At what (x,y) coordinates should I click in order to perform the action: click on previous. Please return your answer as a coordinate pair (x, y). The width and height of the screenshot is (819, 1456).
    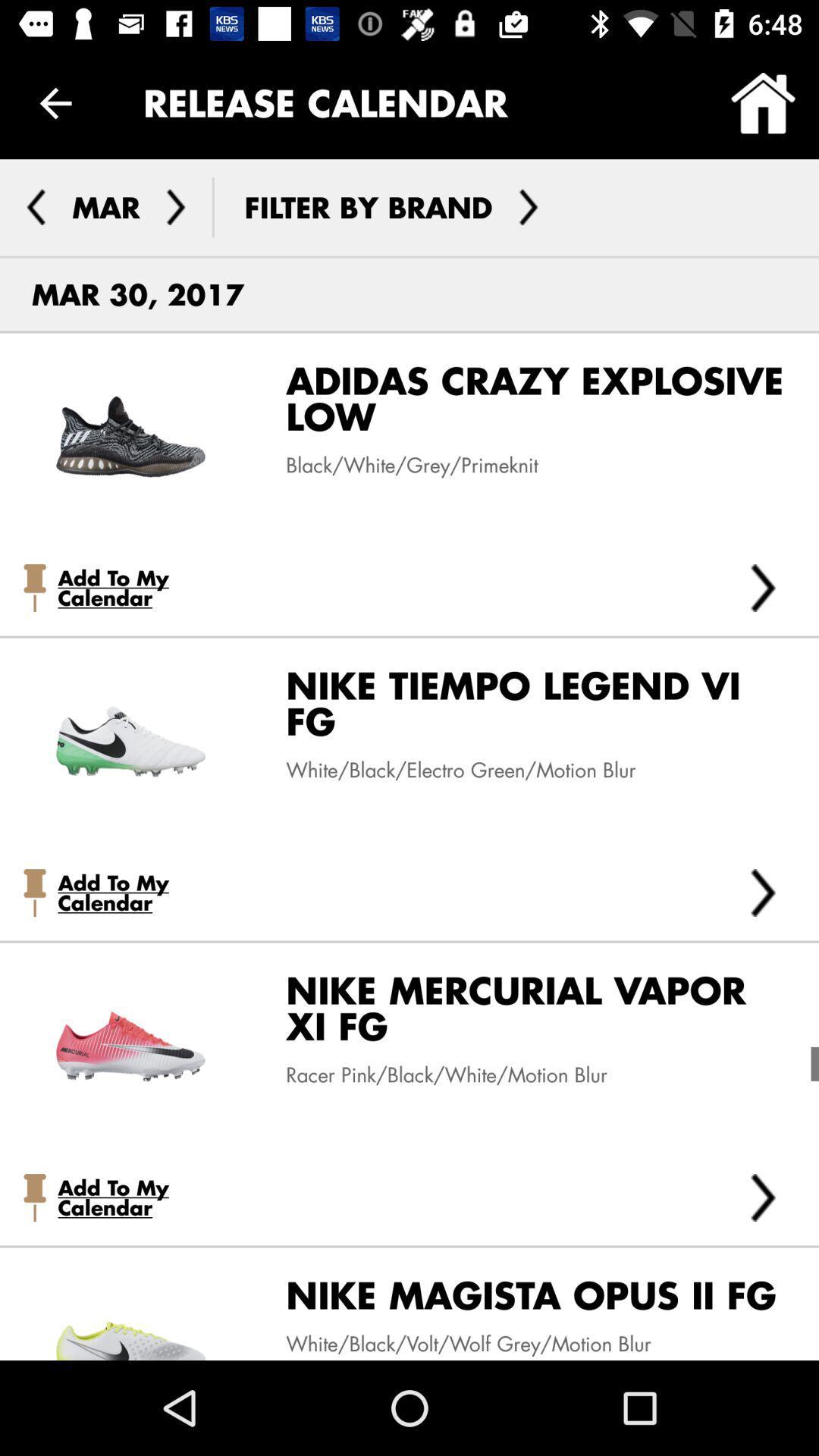
    Looking at the image, I should click on (35, 206).